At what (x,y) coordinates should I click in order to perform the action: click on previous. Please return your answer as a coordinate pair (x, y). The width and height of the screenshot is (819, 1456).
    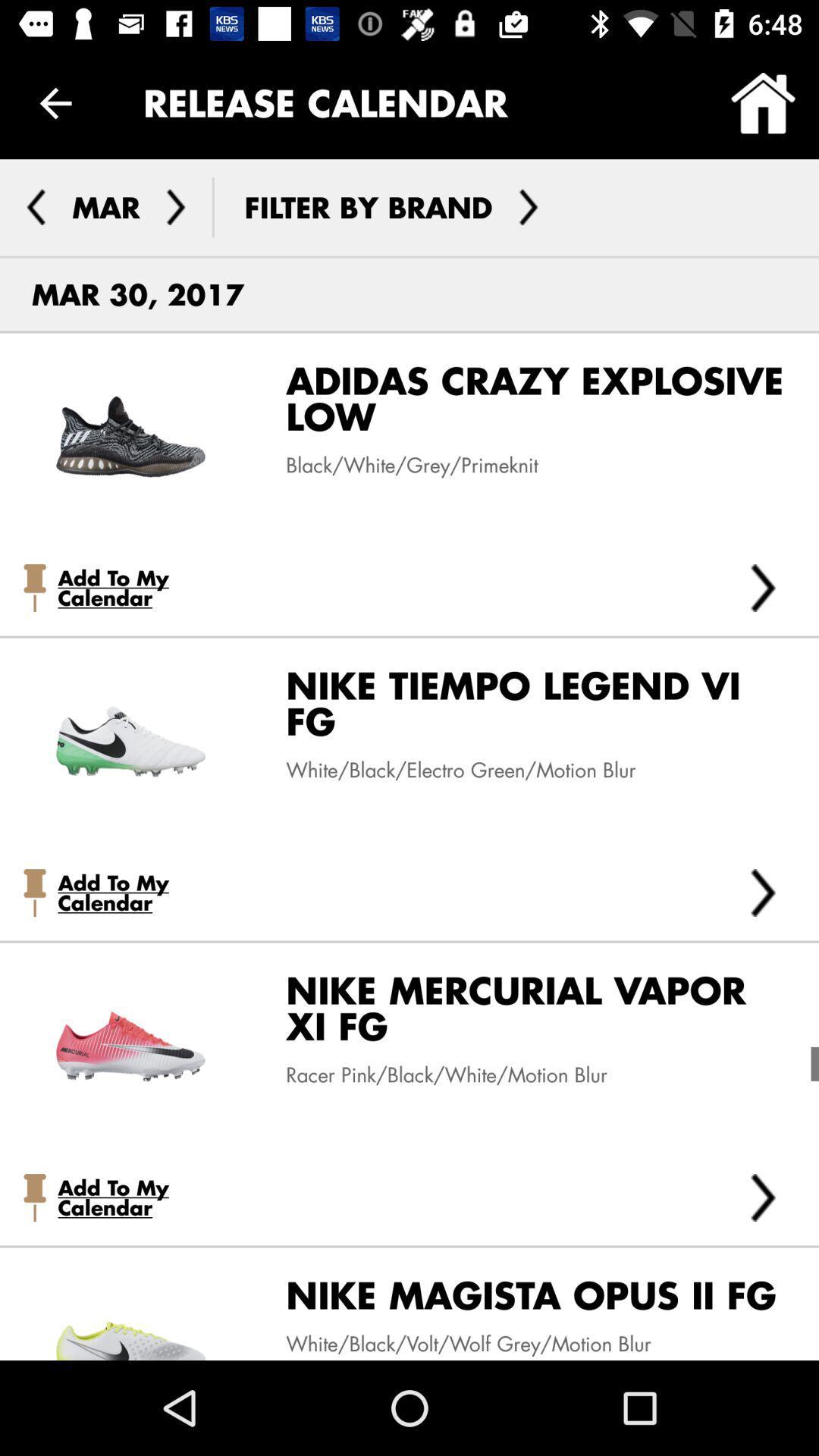
    Looking at the image, I should click on (35, 206).